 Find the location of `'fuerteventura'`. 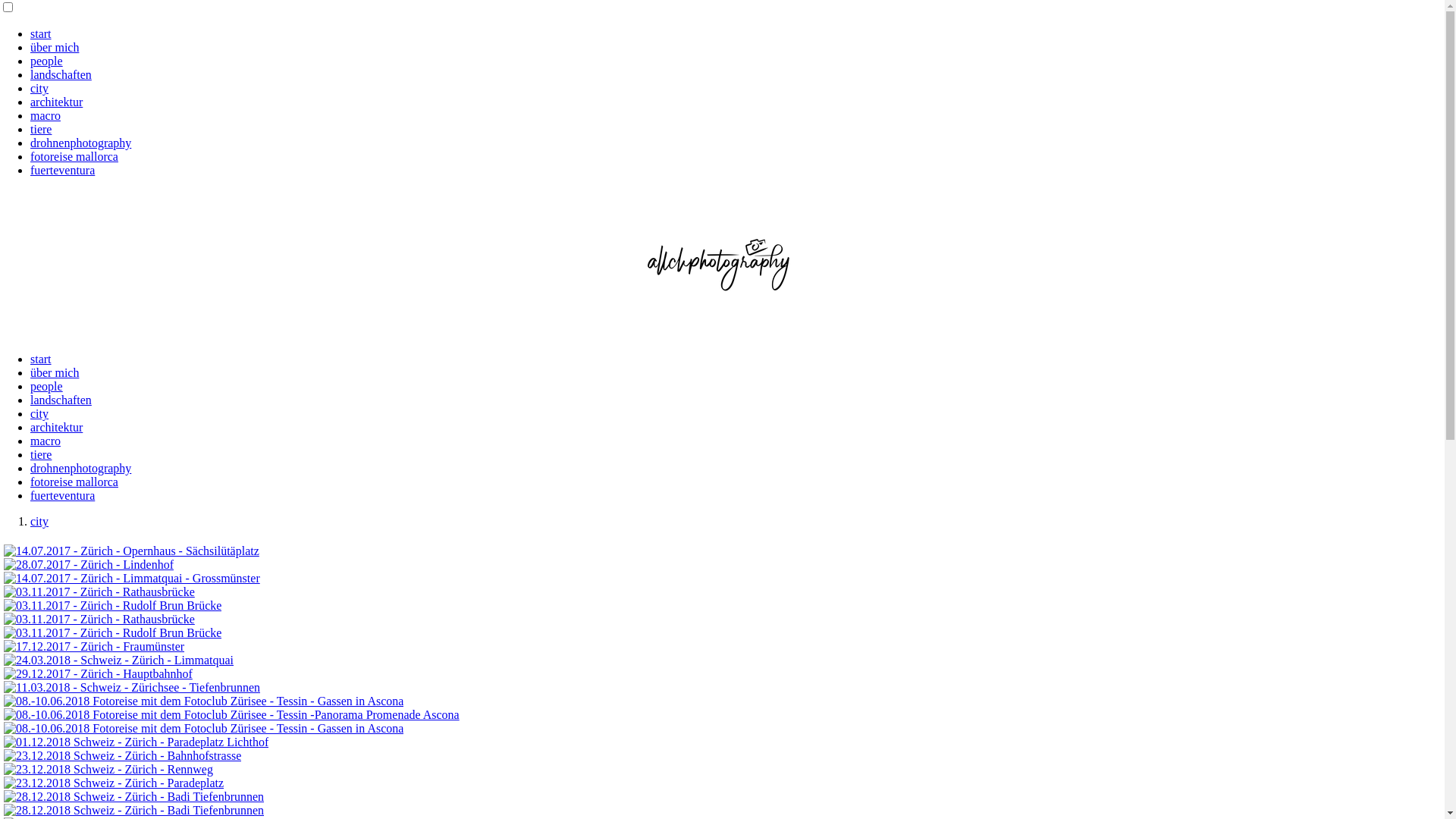

'fuerteventura' is located at coordinates (30, 495).